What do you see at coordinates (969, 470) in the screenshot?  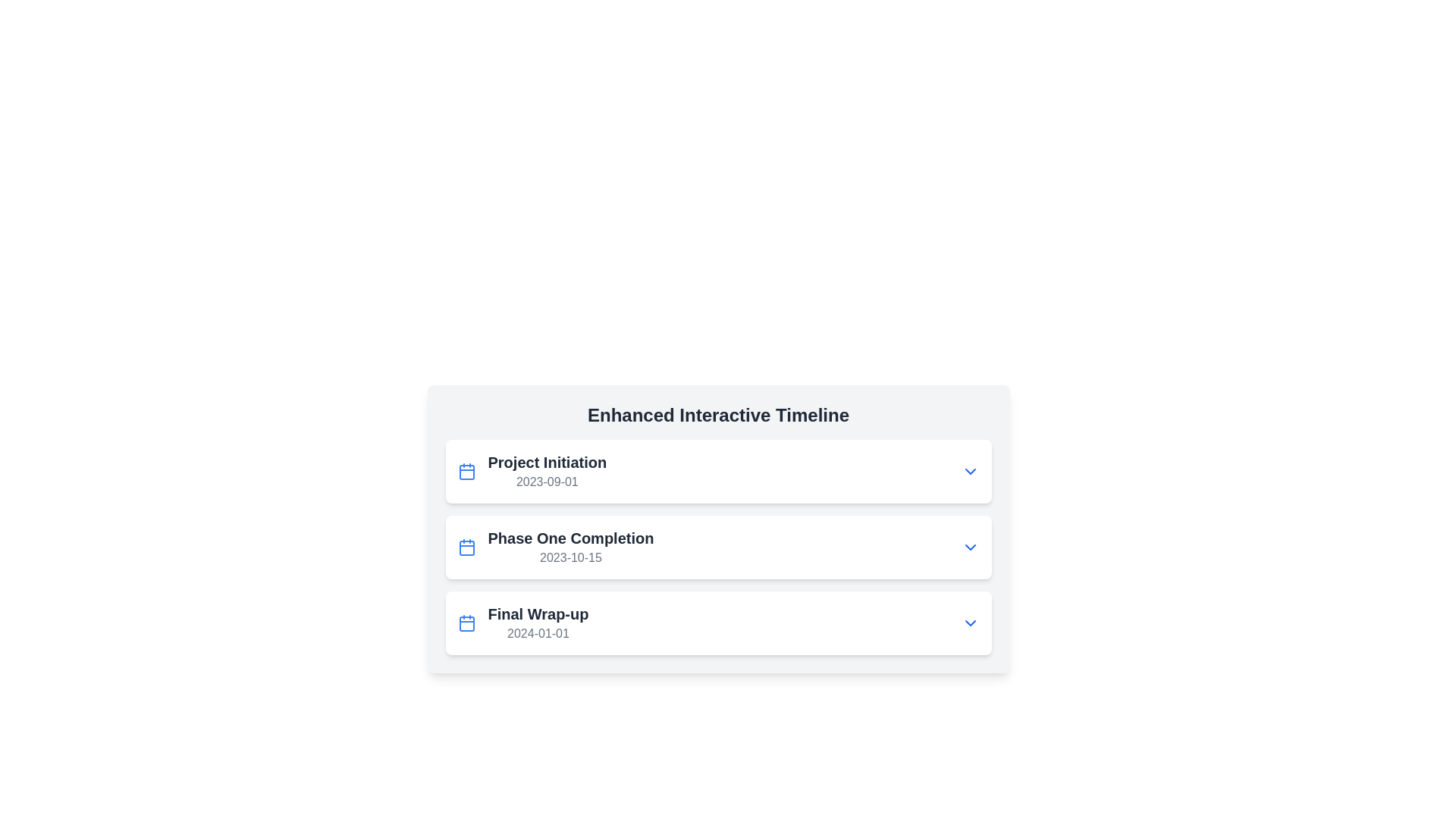 I see `the downward pointing chevron icon styled in blue, which indicates drop-down functionality, located to the right of the 'Project Initiation' entry` at bounding box center [969, 470].